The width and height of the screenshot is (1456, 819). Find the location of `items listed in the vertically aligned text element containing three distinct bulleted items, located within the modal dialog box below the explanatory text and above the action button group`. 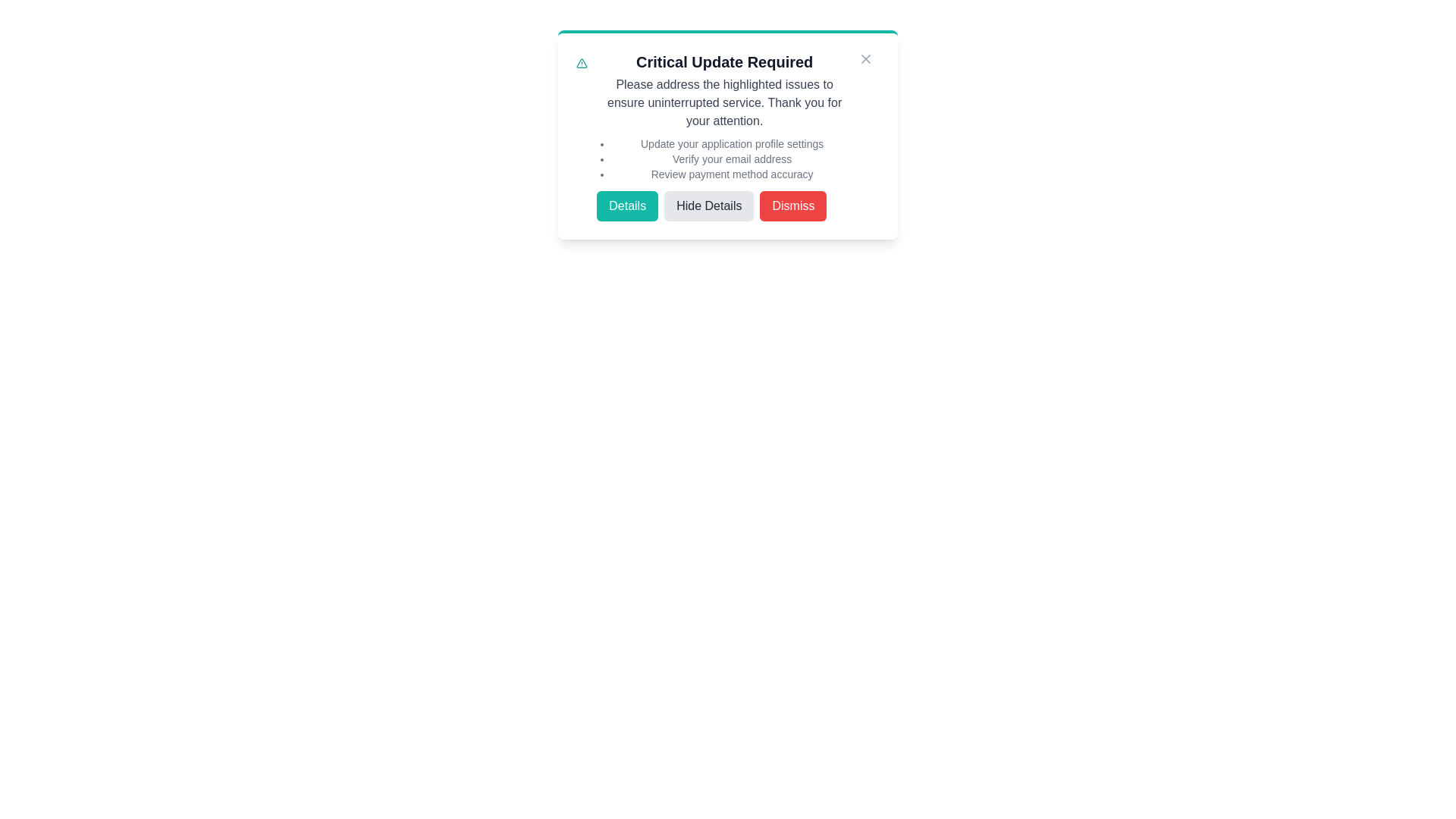

items listed in the vertically aligned text element containing three distinct bulleted items, located within the modal dialog box below the explanatory text and above the action button group is located at coordinates (723, 158).